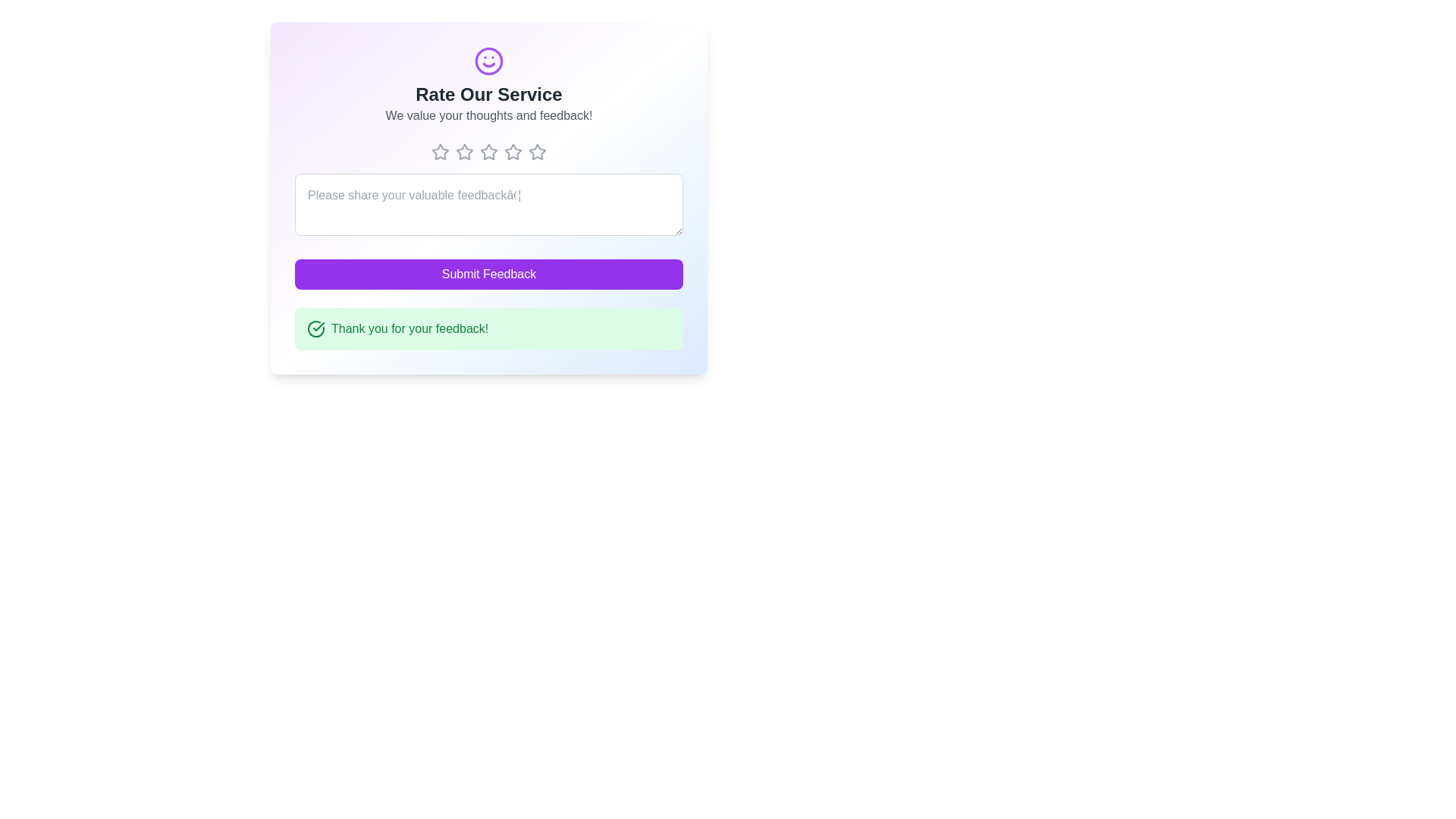  Describe the element at coordinates (488, 152) in the screenshot. I see `the interactive rating star icons located beneath the feedback prompt to rate` at that location.